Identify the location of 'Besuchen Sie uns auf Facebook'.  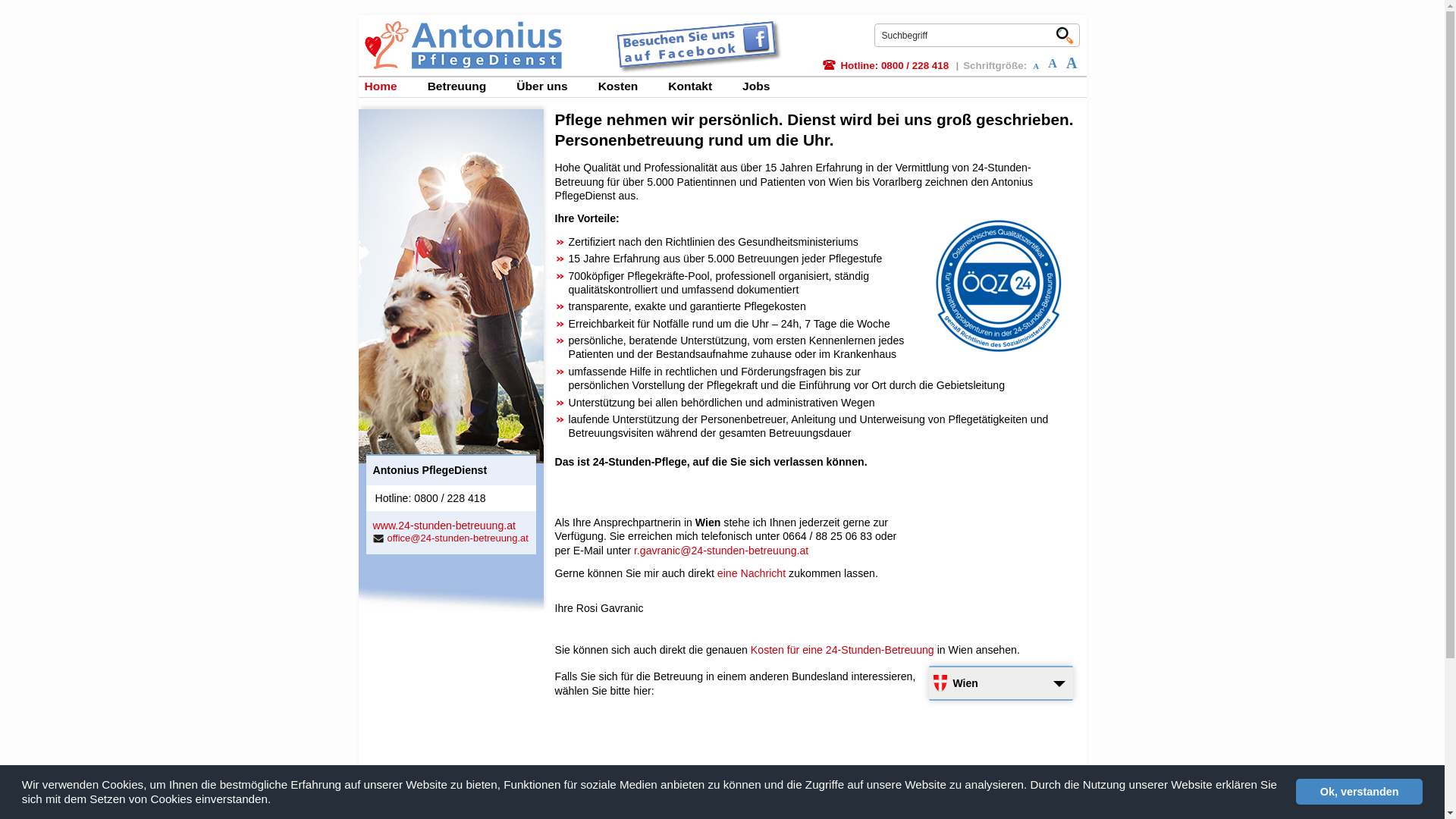
(611, 24).